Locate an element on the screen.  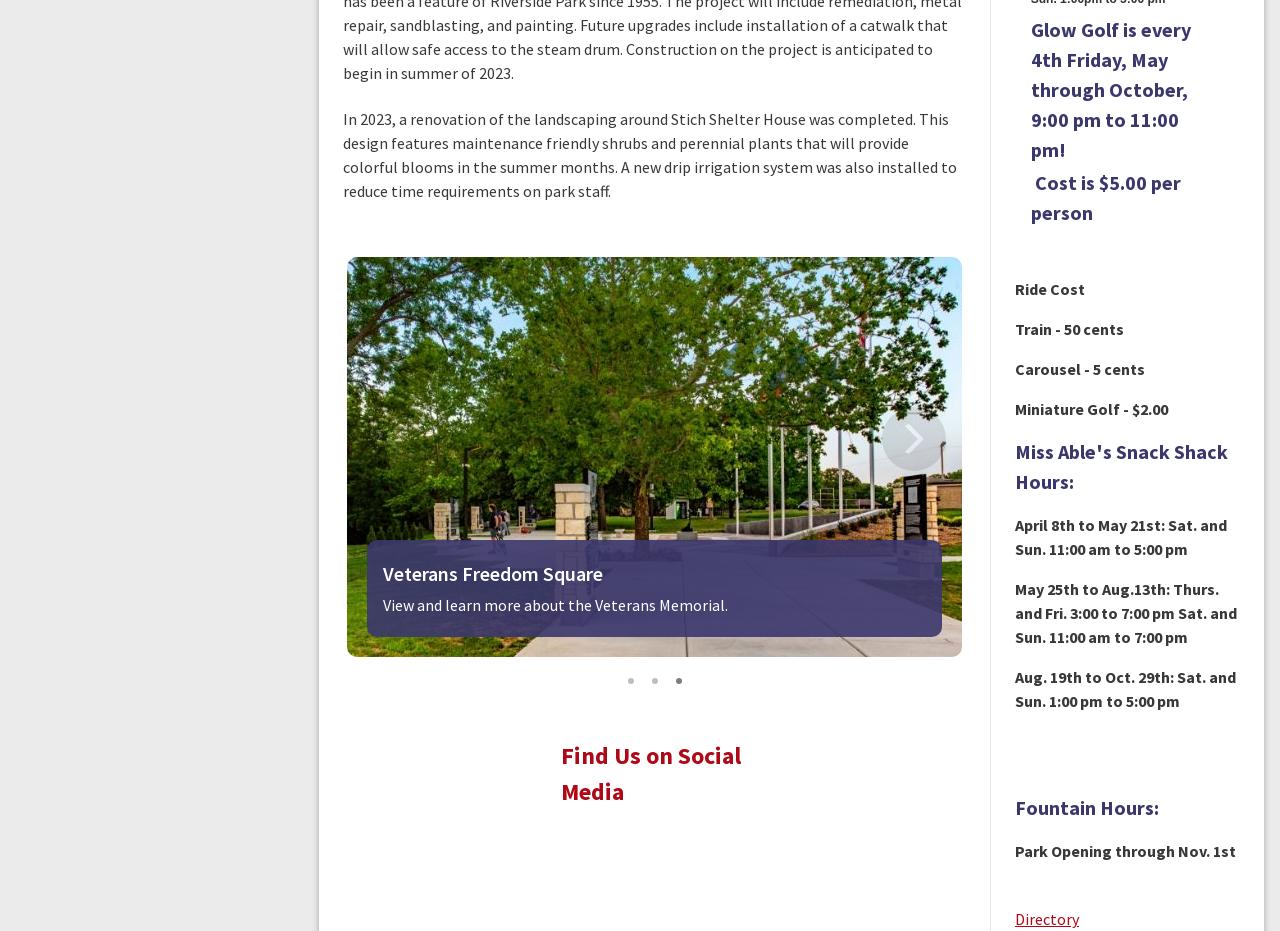
'2' is located at coordinates (678, 680).